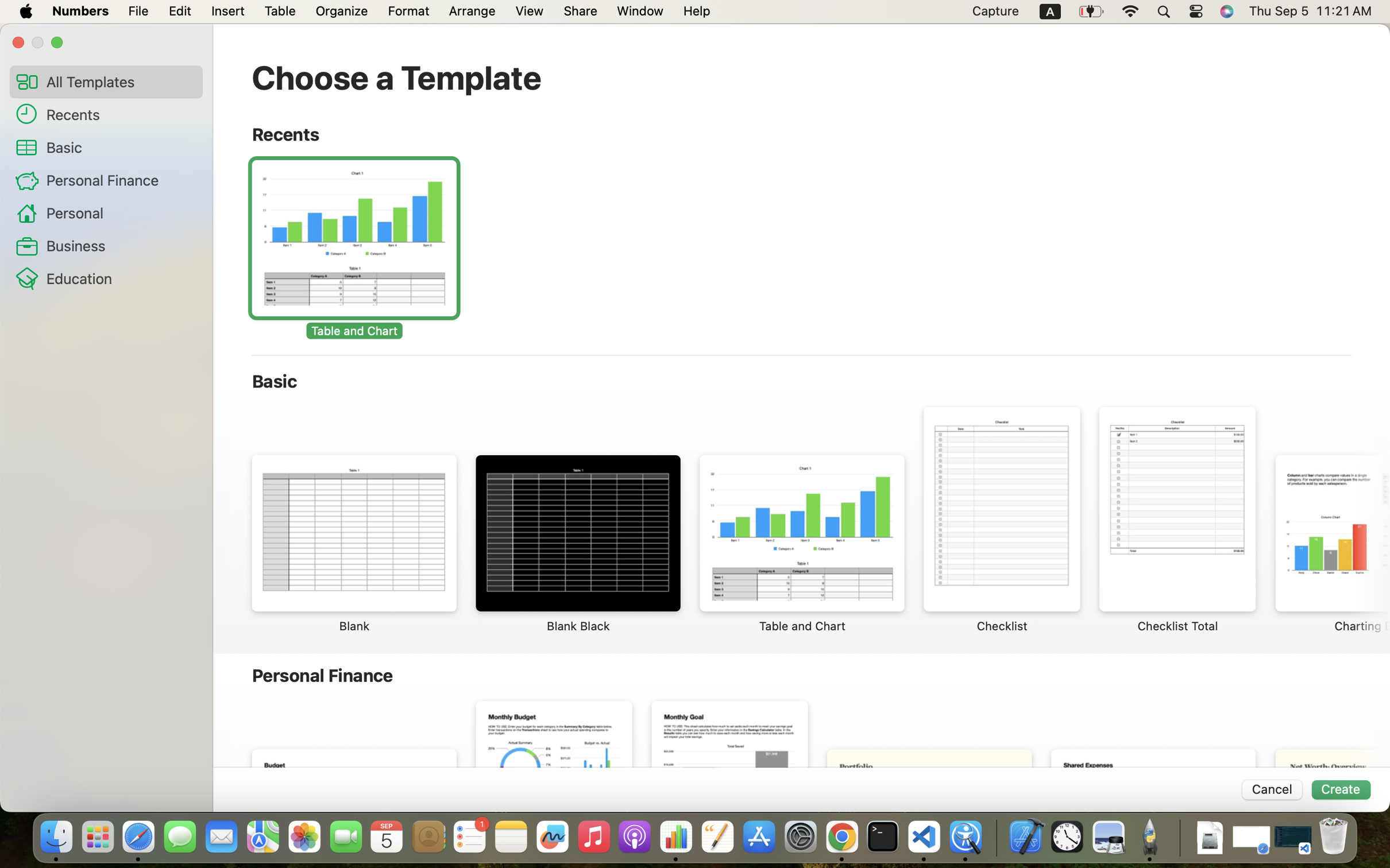 The width and height of the screenshot is (1390, 868). Describe the element at coordinates (119, 277) in the screenshot. I see `'Education'` at that location.